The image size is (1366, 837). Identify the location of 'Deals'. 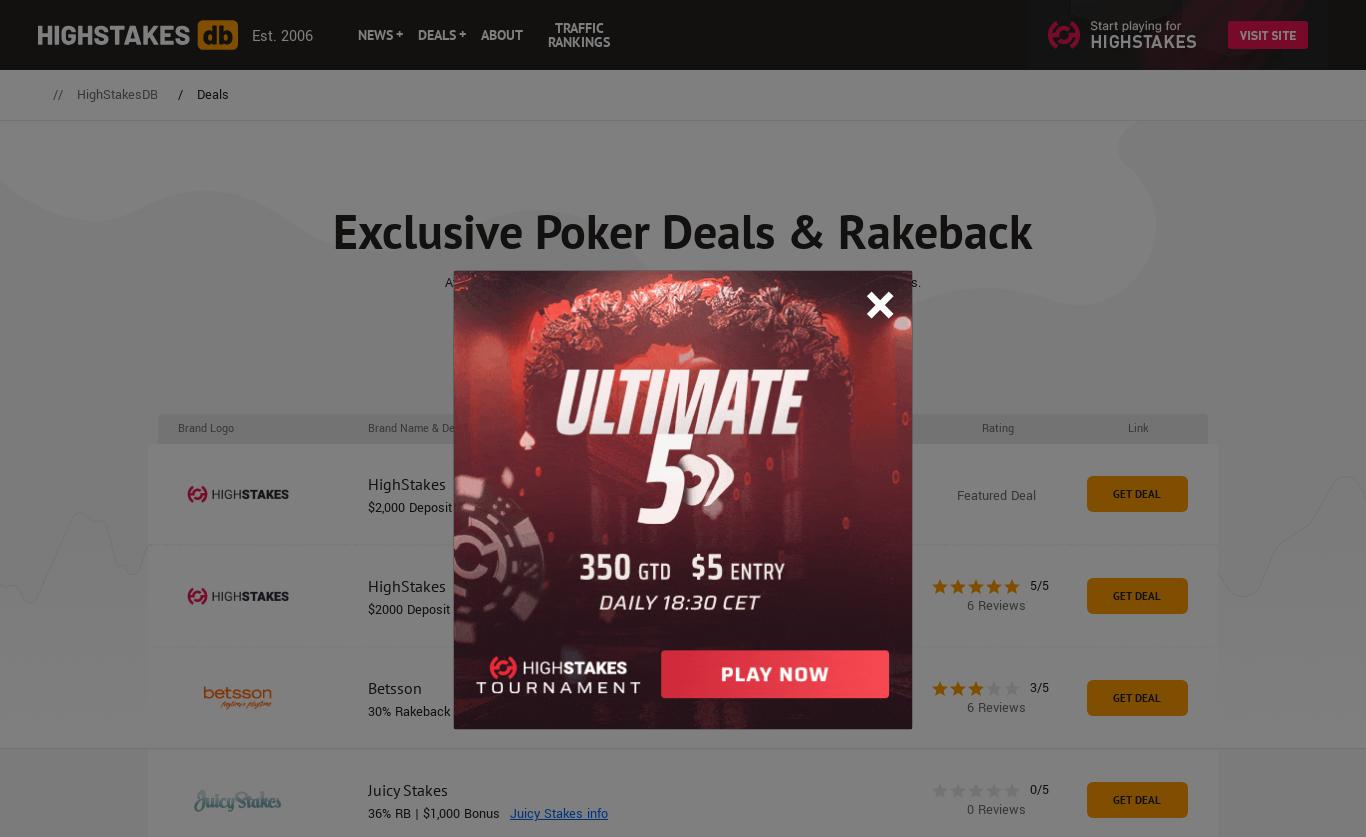
(211, 94).